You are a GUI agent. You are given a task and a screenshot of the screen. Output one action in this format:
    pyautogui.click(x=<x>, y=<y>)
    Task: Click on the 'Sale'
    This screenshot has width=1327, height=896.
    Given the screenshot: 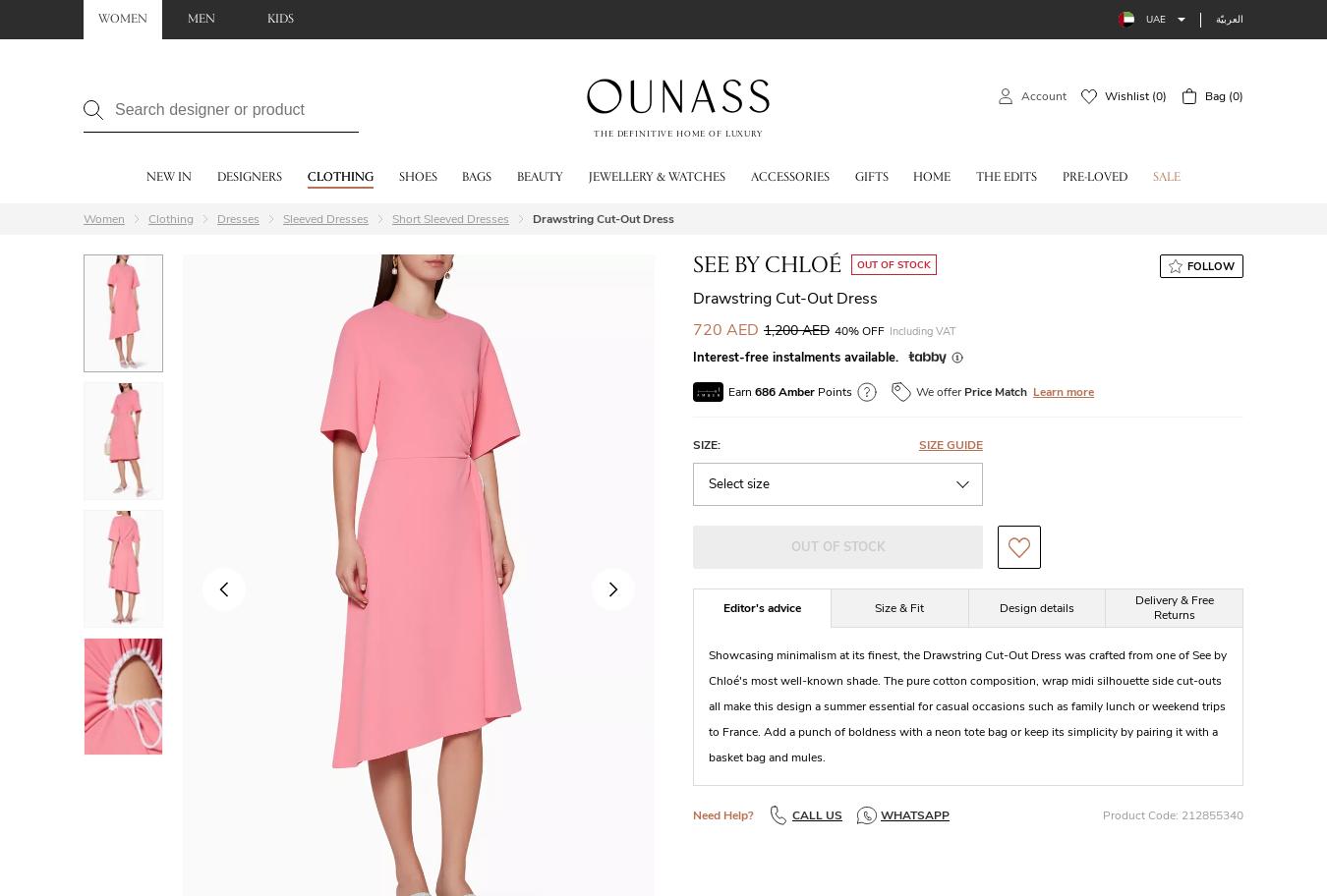 What is the action you would take?
    pyautogui.click(x=1164, y=178)
    